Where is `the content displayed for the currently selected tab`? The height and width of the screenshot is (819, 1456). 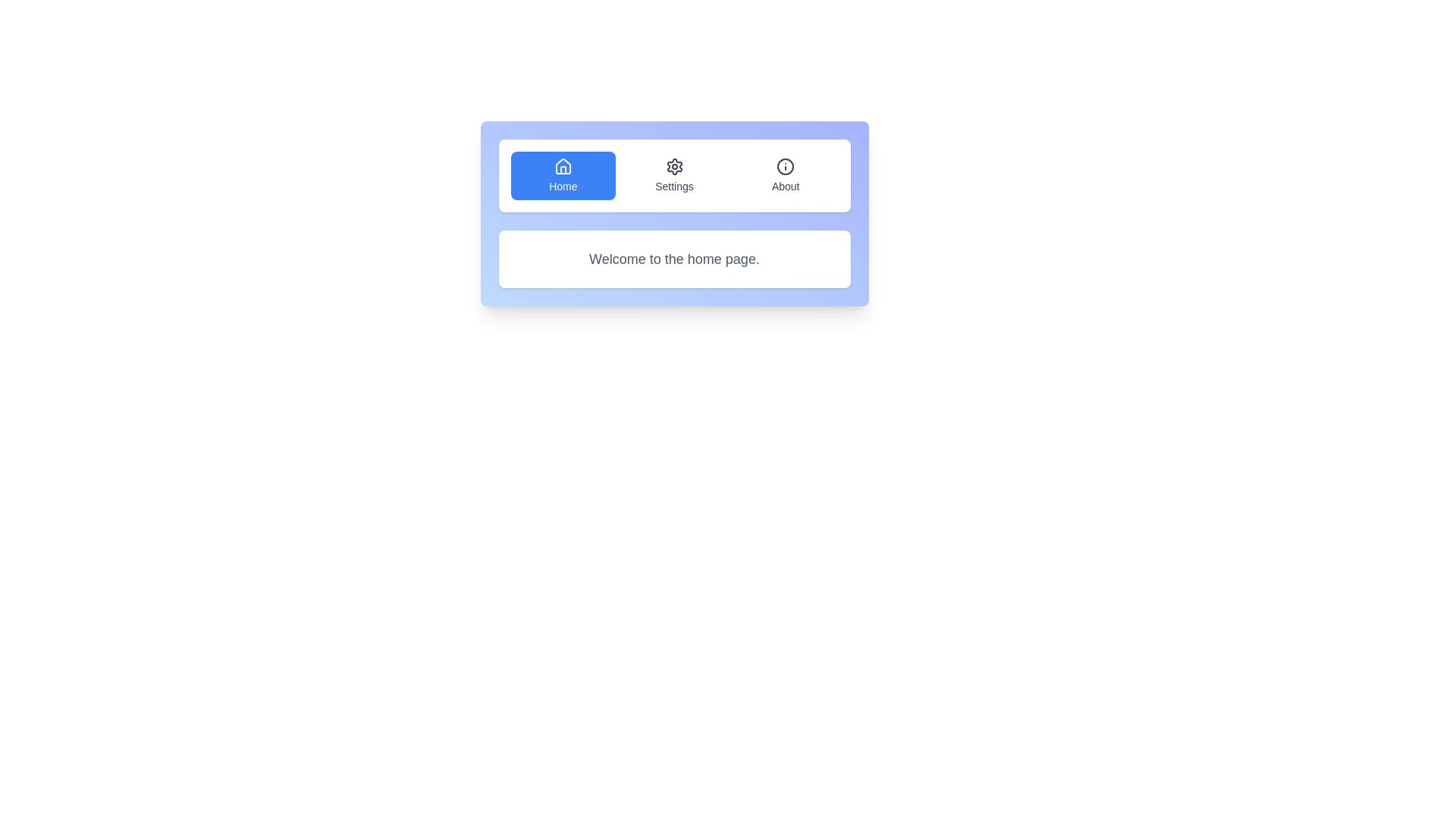 the content displayed for the currently selected tab is located at coordinates (673, 259).